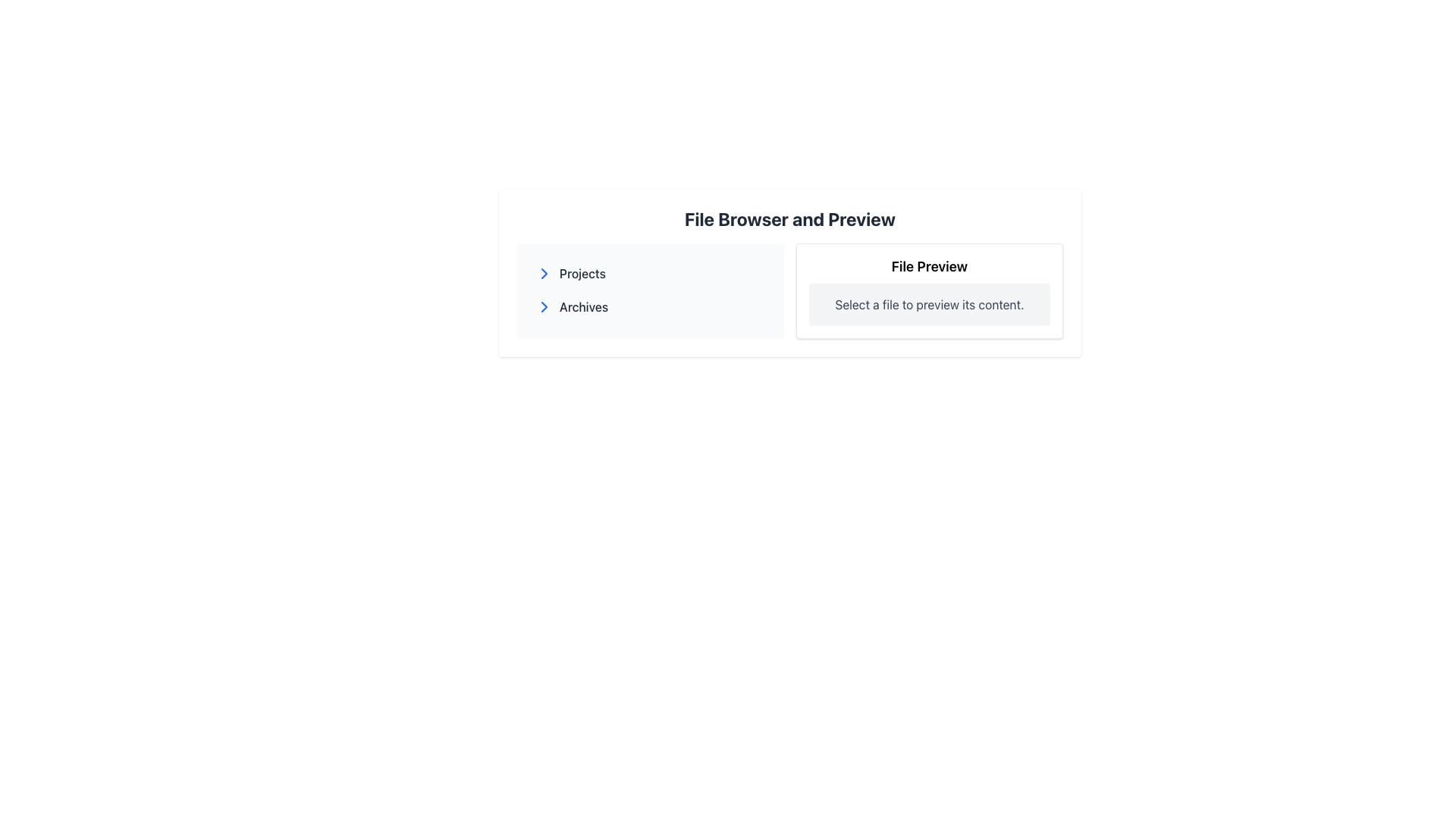  I want to click on the 'Projects' navigation item located in the left panel of the interface, so click(651, 274).